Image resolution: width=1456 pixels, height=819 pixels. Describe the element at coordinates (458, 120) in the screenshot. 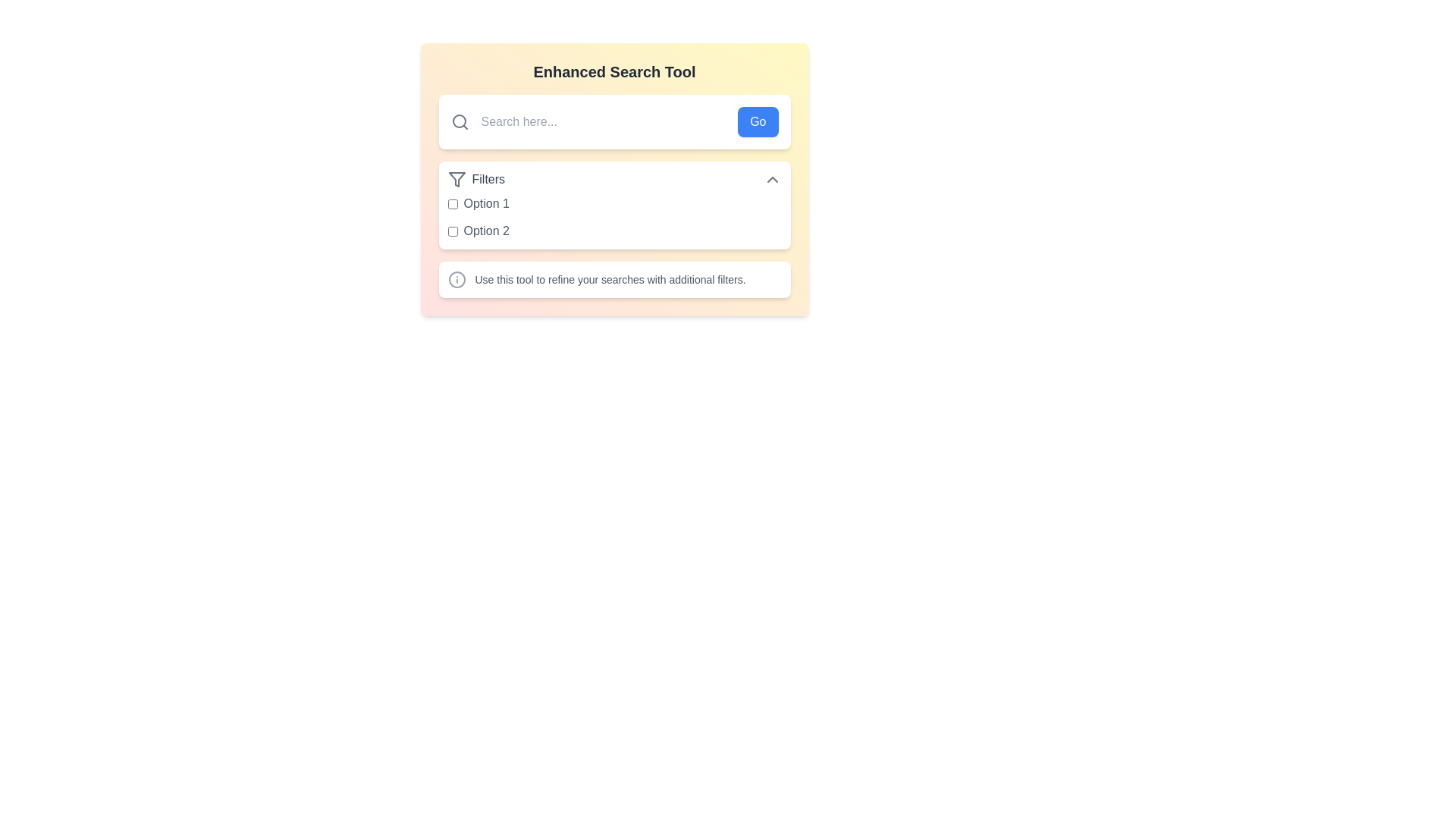

I see `the circular element of the magnifying glass icon, which is styled with a stroke and gray color, located at the center of the icon to the left of the search input field` at that location.